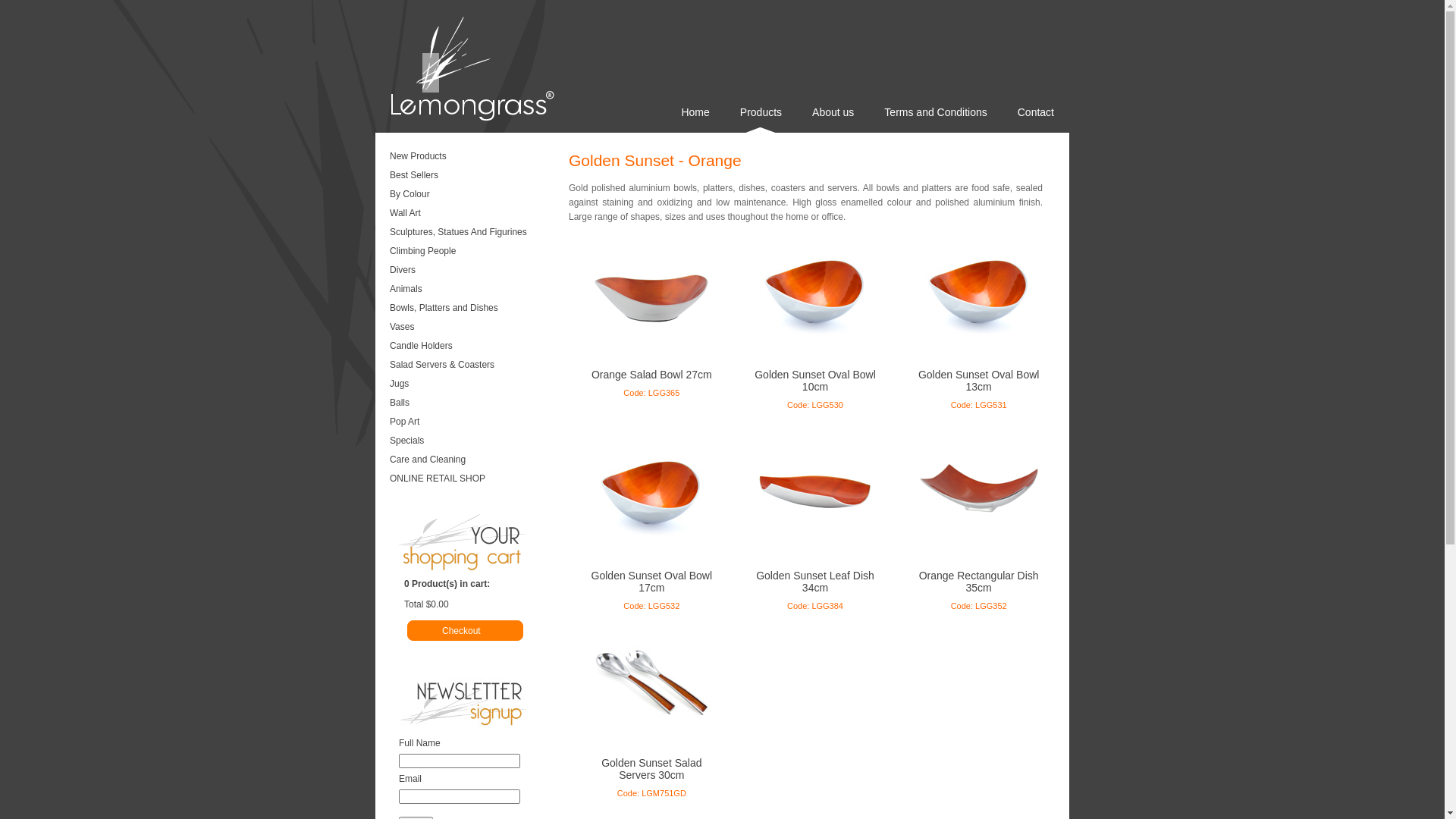 Image resolution: width=1456 pixels, height=819 pixels. What do you see at coordinates (651, 769) in the screenshot?
I see `'Golden Sunset Salad Servers 30cm'` at bounding box center [651, 769].